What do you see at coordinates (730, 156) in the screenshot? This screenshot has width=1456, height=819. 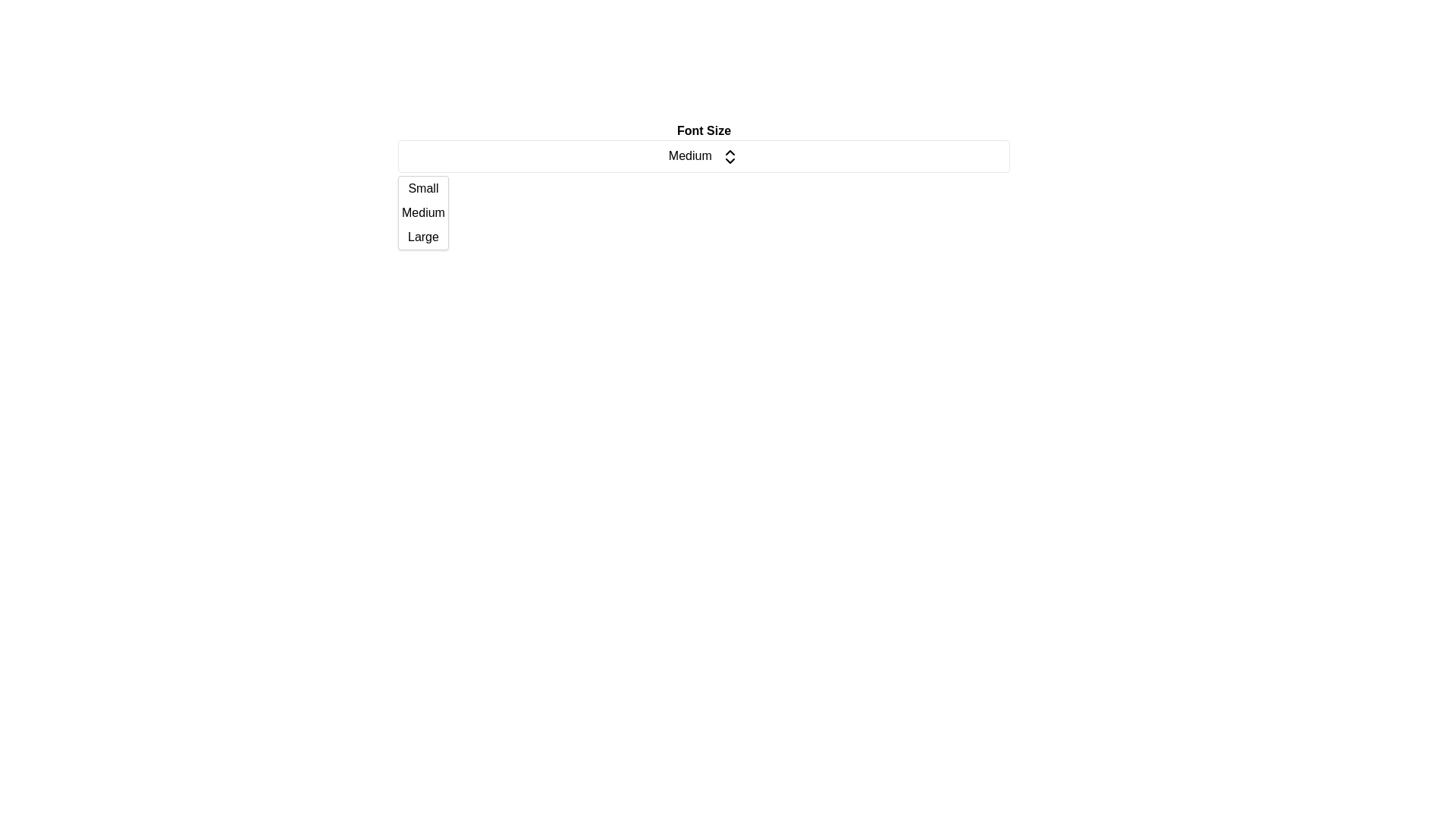 I see `the icon on the right-hand side of the text 'Medium'` at bounding box center [730, 156].